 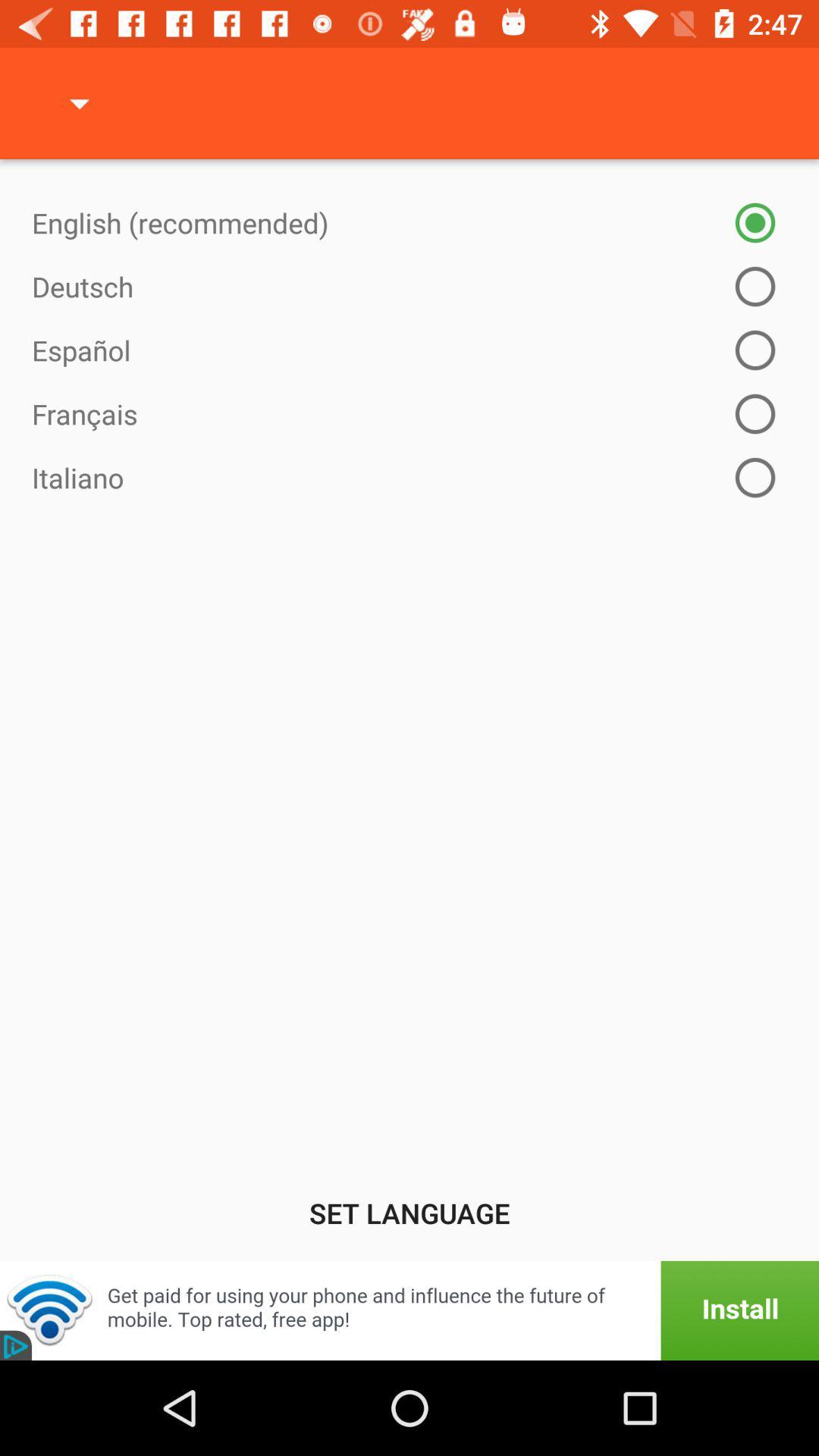 What do you see at coordinates (409, 1212) in the screenshot?
I see `the set language icon` at bounding box center [409, 1212].